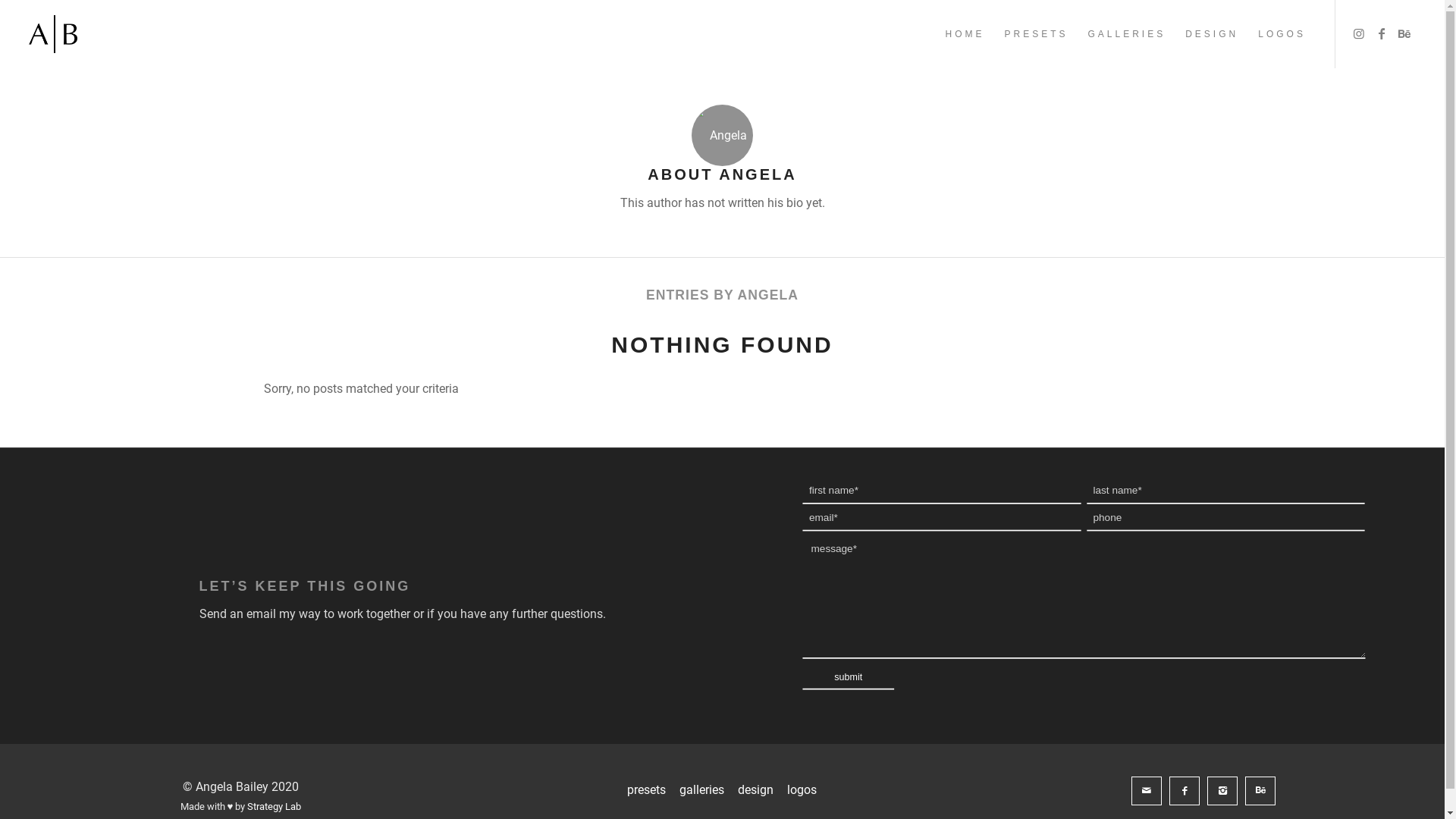  Describe the element at coordinates (701, 790) in the screenshot. I see `'galleries'` at that location.